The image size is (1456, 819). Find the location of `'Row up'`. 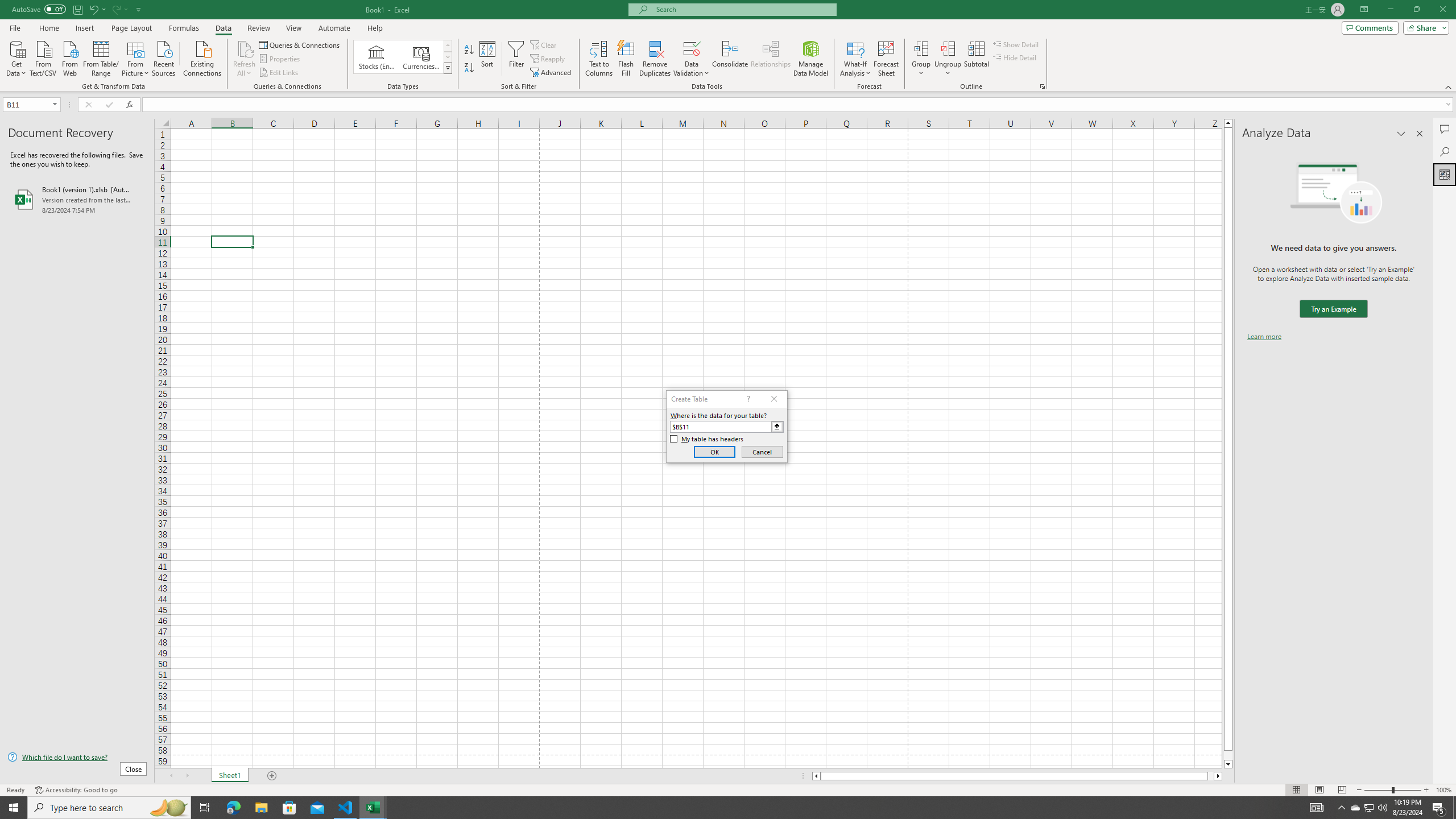

'Row up' is located at coordinates (448, 45).